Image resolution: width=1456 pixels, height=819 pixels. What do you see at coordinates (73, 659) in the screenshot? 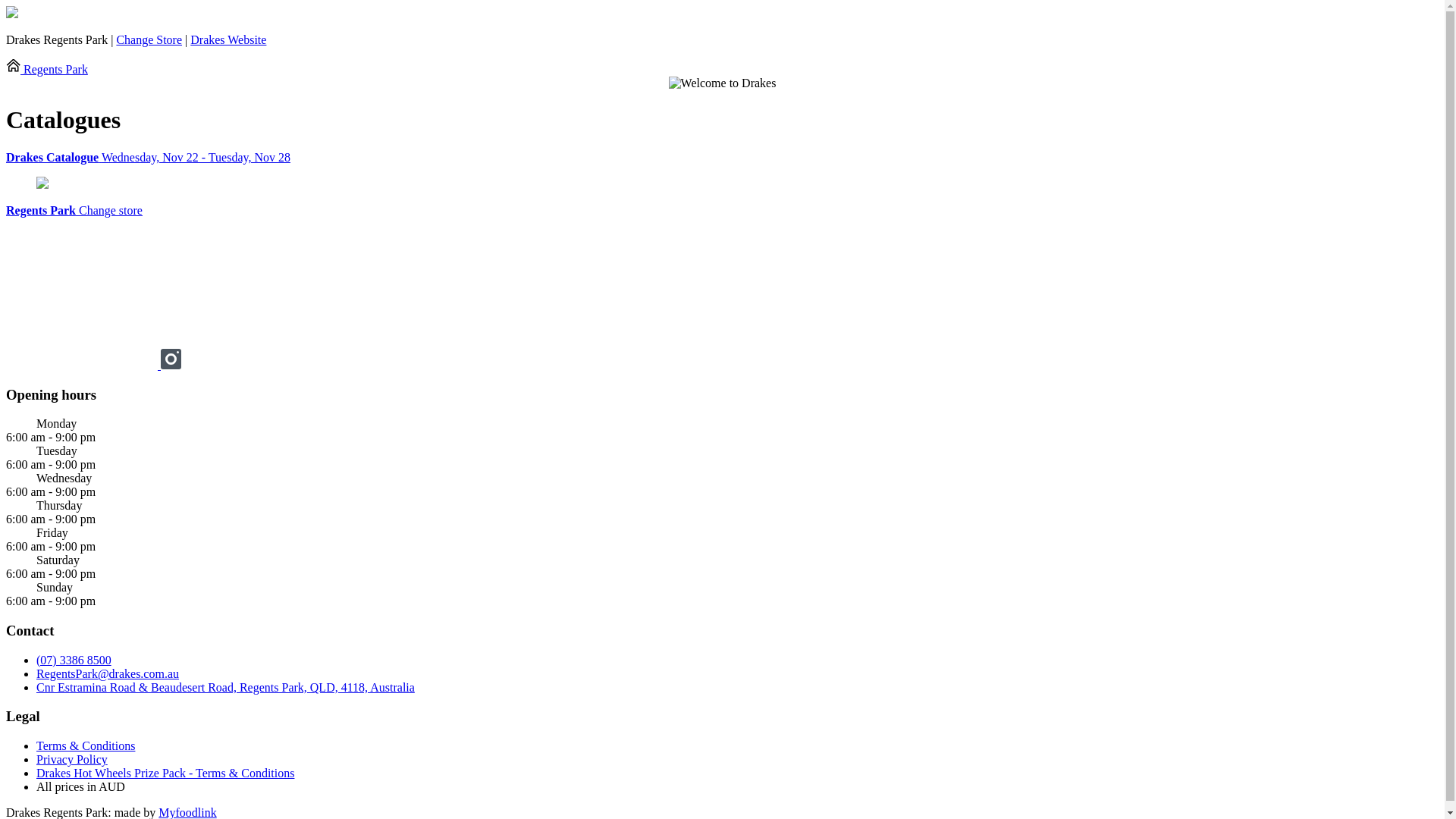
I see `'(07) 3386 8500'` at bounding box center [73, 659].